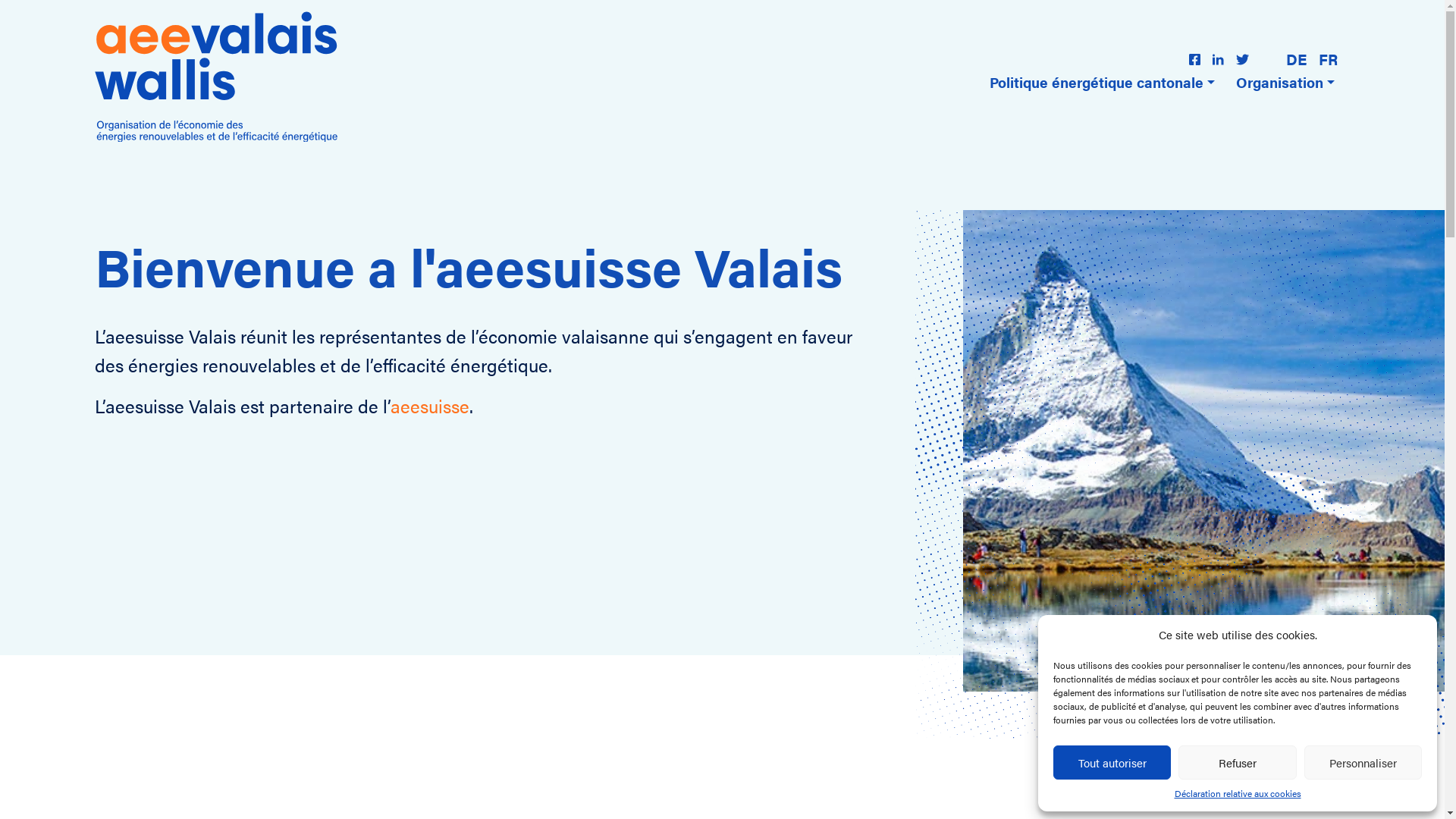 Image resolution: width=1456 pixels, height=819 pixels. Describe the element at coordinates (1242, 58) in the screenshot. I see `'logo-twitter'` at that location.